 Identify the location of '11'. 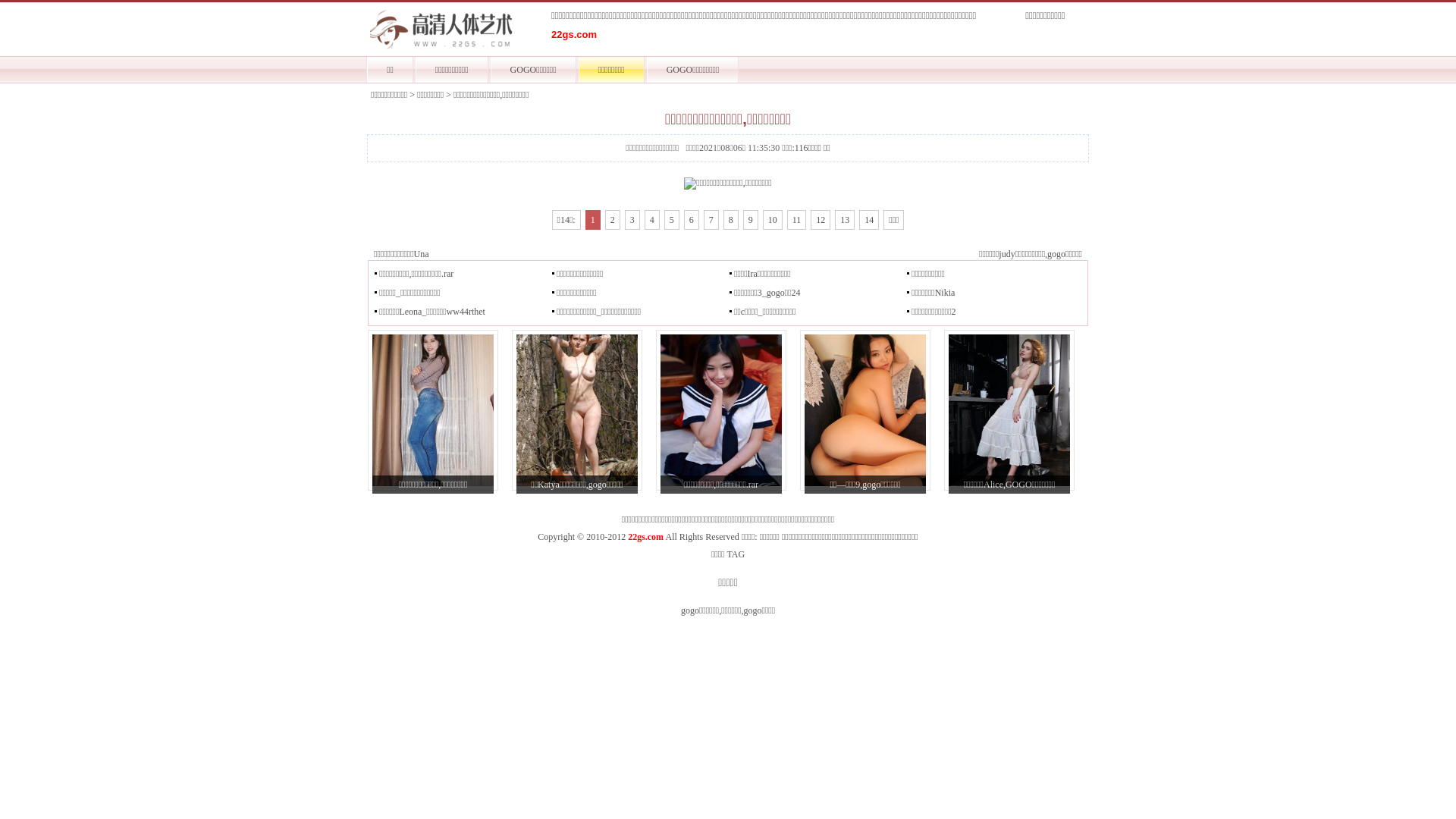
(796, 219).